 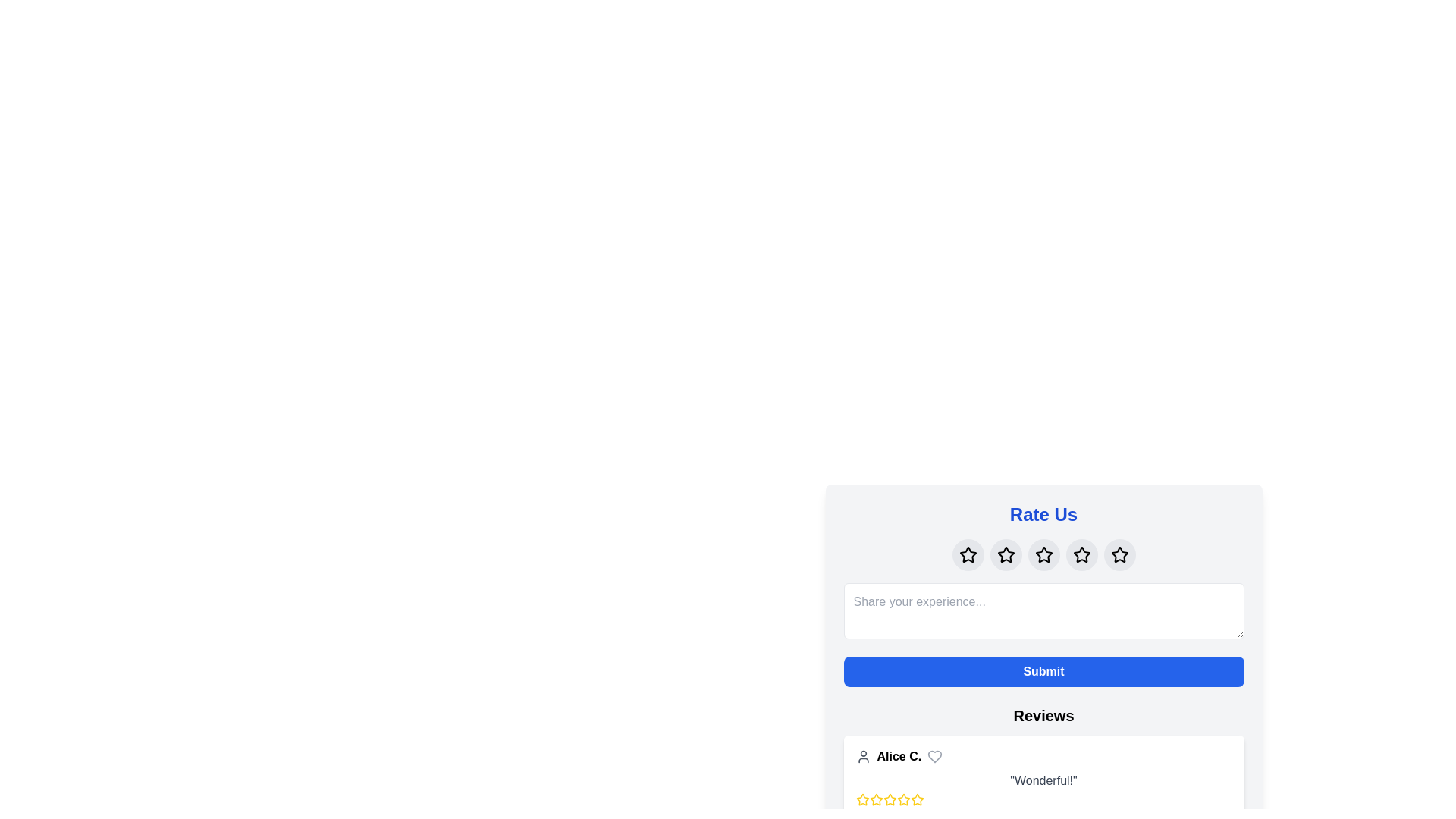 What do you see at coordinates (1119, 554) in the screenshot?
I see `the fifth star button in the 'Rate Us' section` at bounding box center [1119, 554].